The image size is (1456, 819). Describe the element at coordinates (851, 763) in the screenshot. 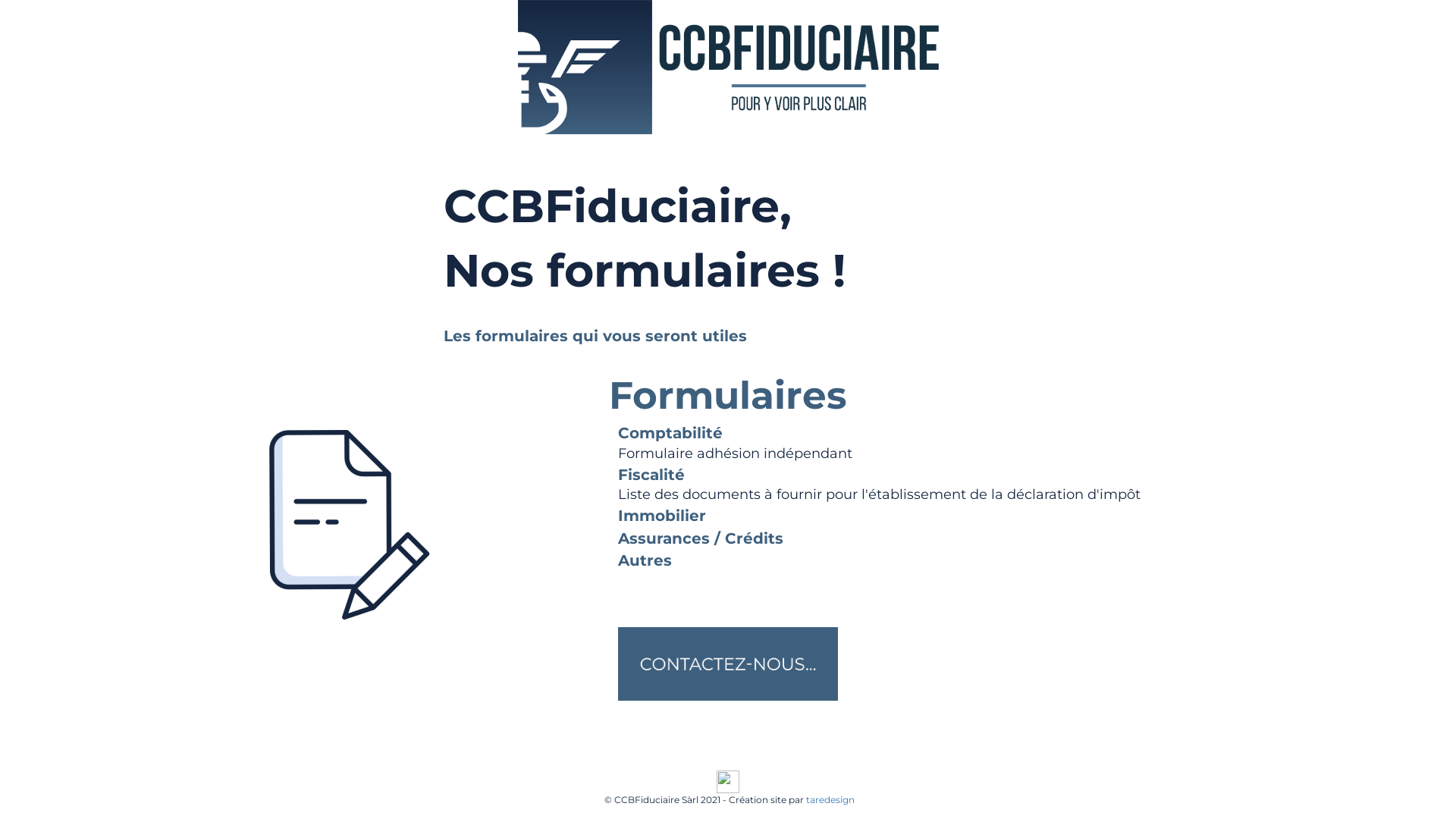

I see `'assurances@ccbfiduciaire.ch'` at that location.